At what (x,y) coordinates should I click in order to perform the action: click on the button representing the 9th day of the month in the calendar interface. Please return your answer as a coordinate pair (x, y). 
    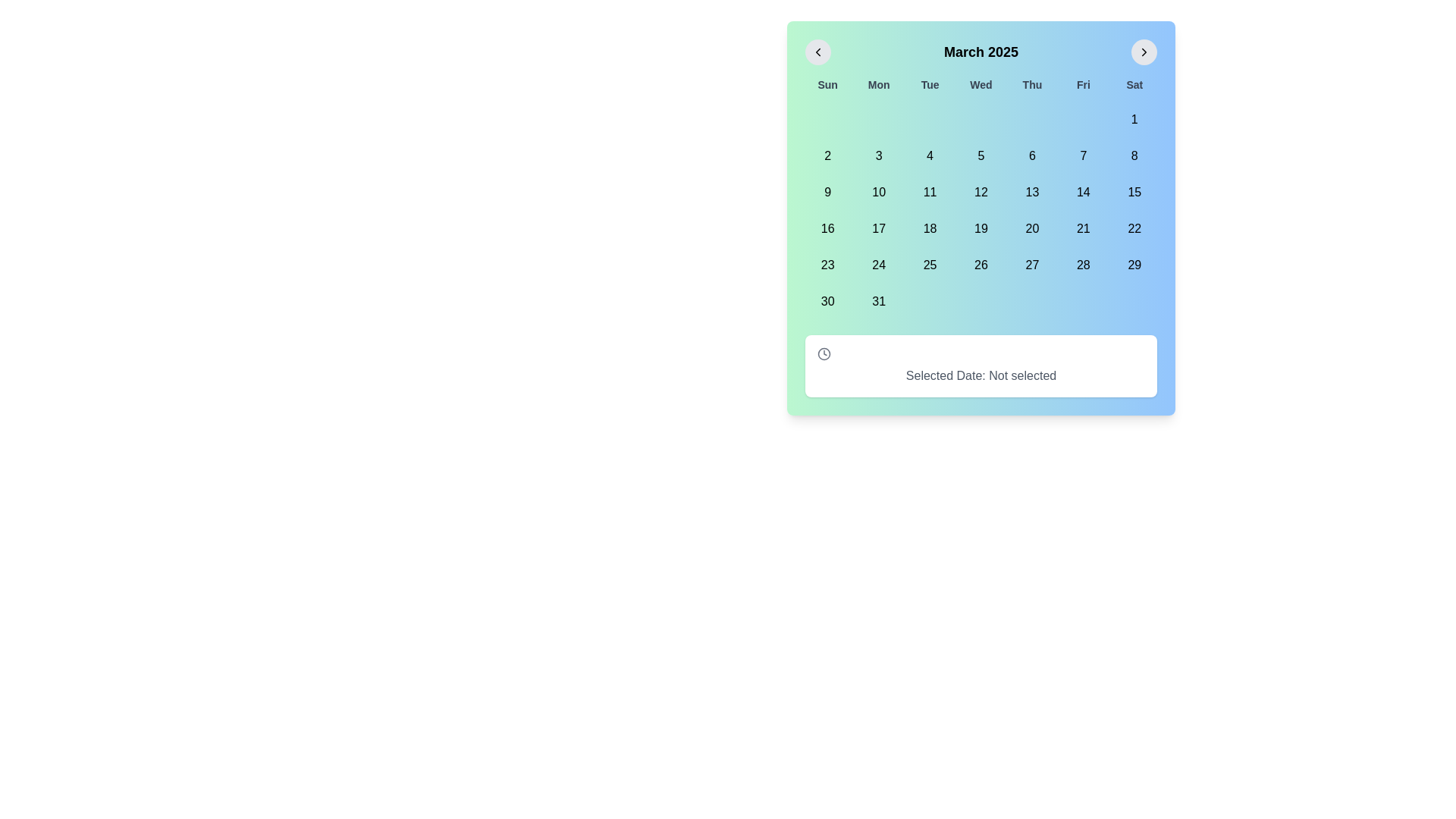
    Looking at the image, I should click on (827, 192).